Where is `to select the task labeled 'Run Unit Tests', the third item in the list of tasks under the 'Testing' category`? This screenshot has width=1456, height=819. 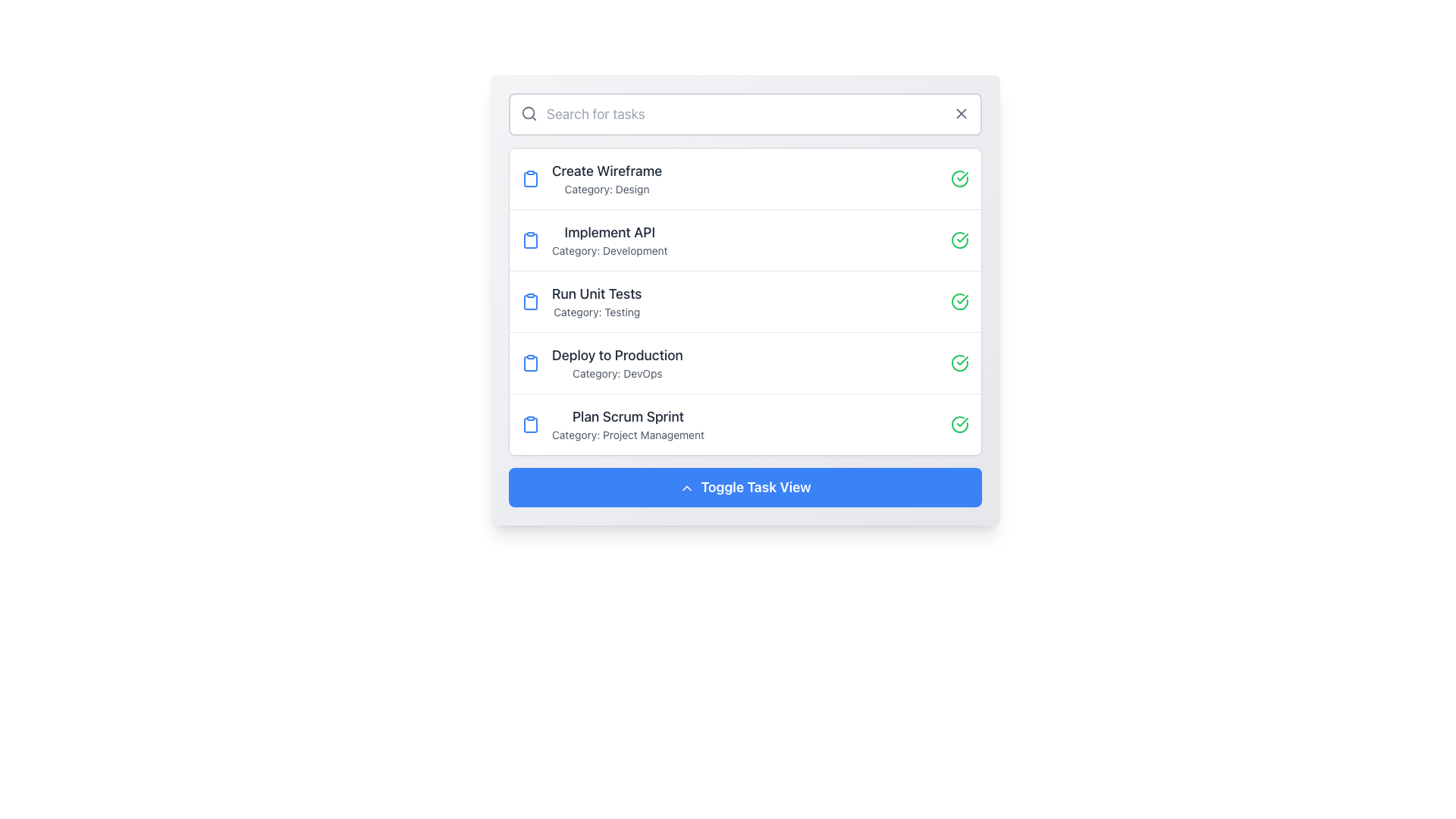 to select the task labeled 'Run Unit Tests', the third item in the list of tasks under the 'Testing' category is located at coordinates (745, 301).